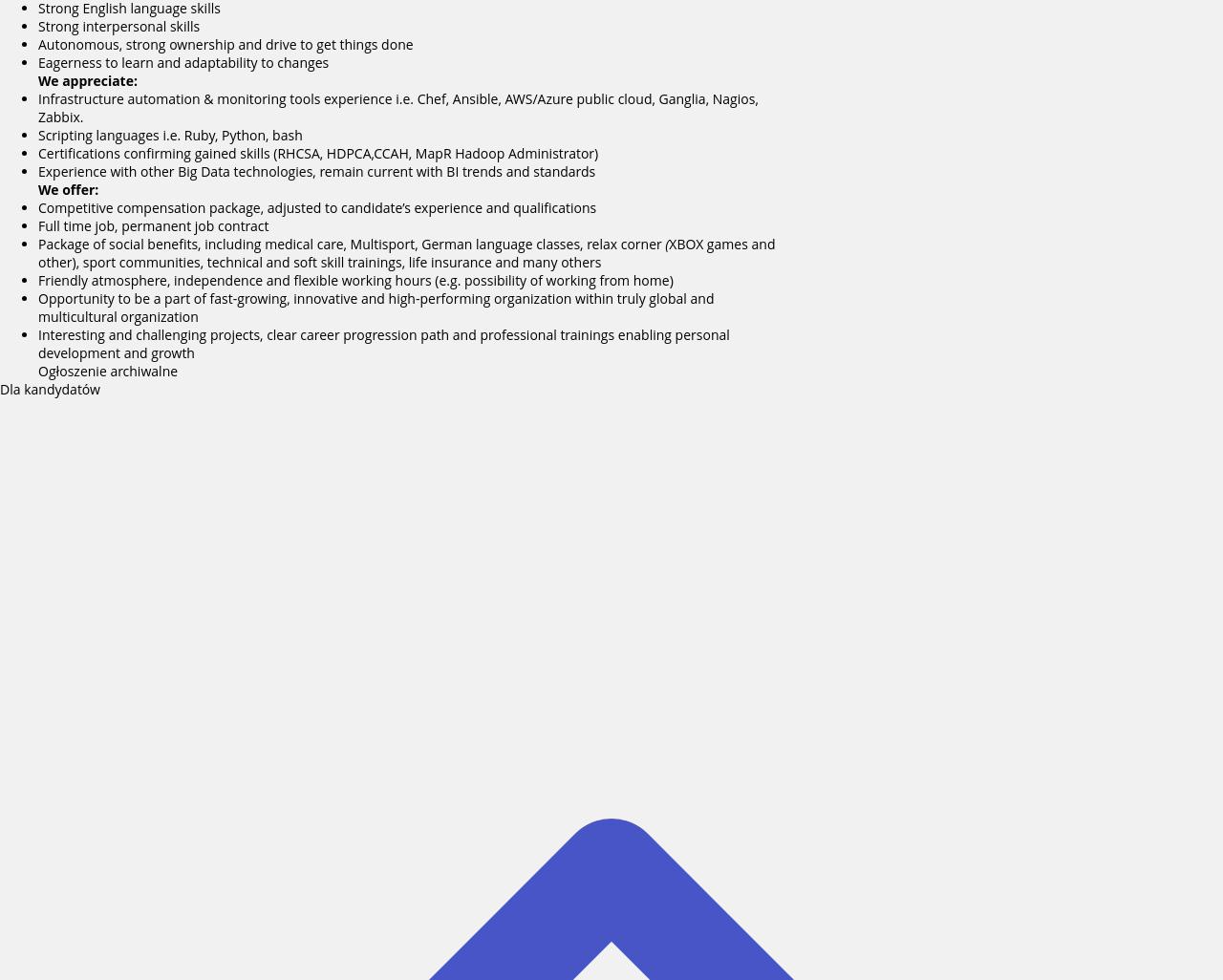 The width and height of the screenshot is (1223, 980). I want to click on 'Scripting languages i.e. Ruby, Python, bash', so click(170, 135).